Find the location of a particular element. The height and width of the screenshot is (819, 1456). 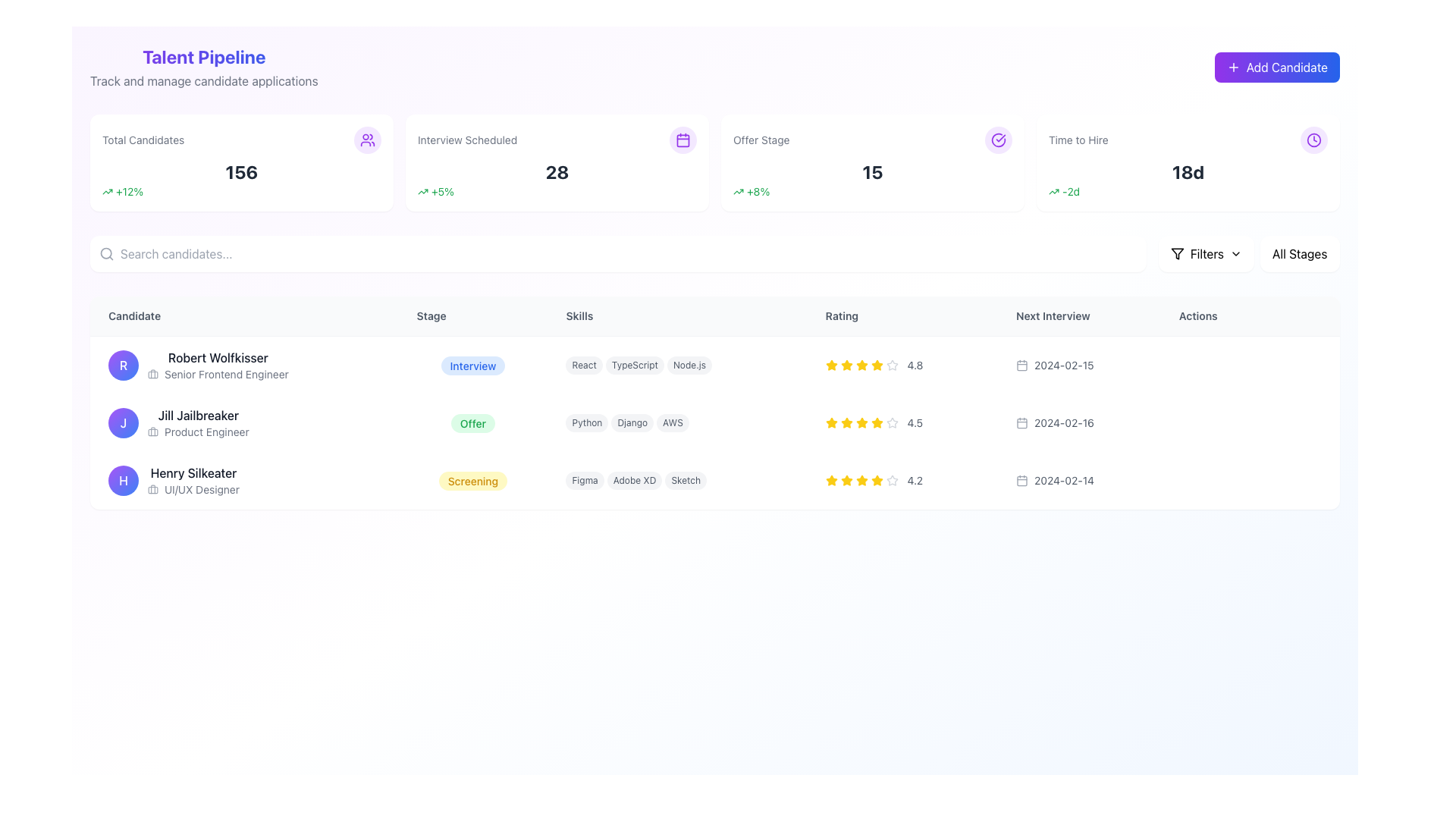

the candidate profile entry in the second row under the 'Candidate' column is located at coordinates (244, 423).